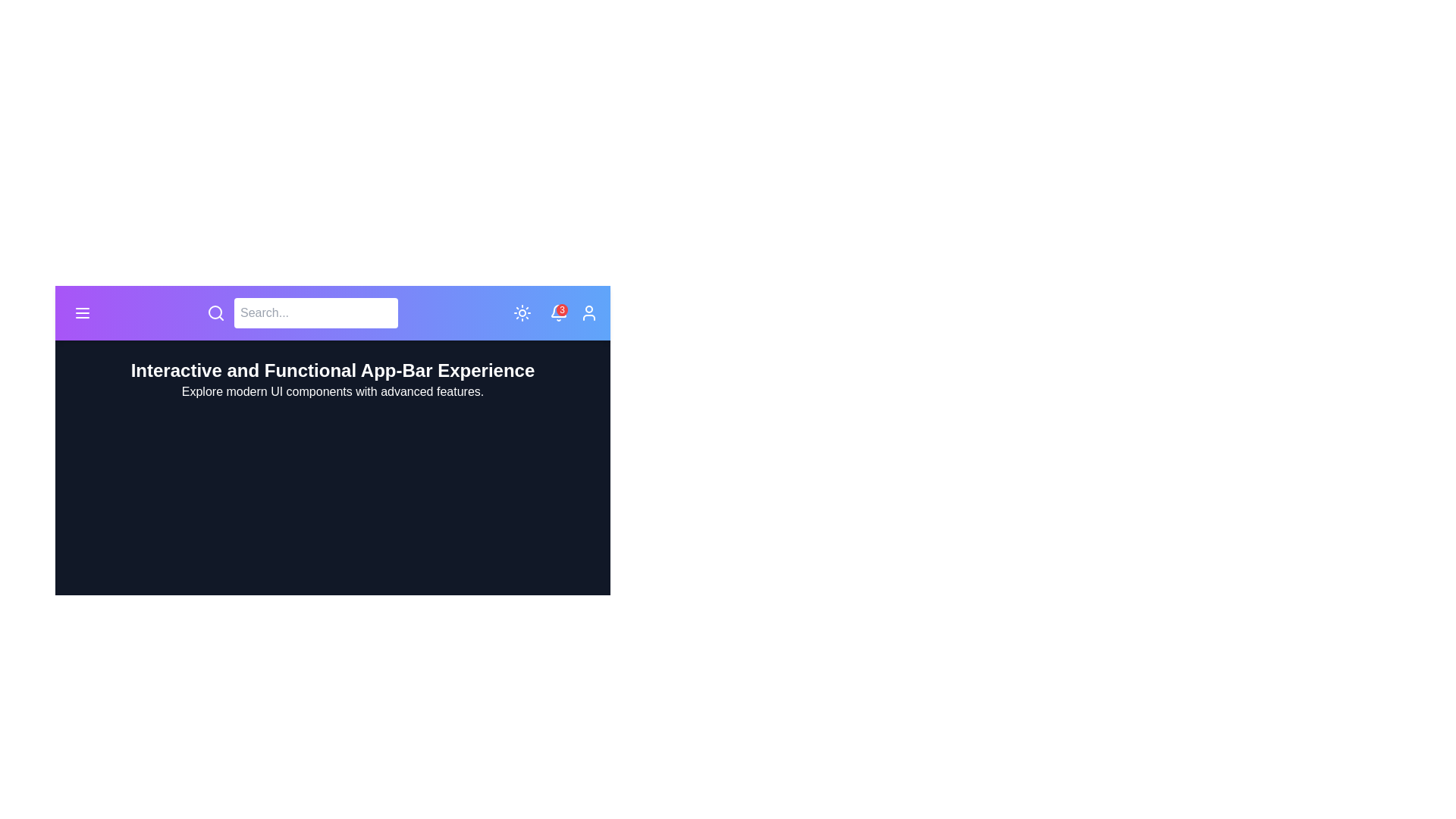 The width and height of the screenshot is (1456, 819). What do you see at coordinates (558, 312) in the screenshot?
I see `the bell icon to view notifications` at bounding box center [558, 312].